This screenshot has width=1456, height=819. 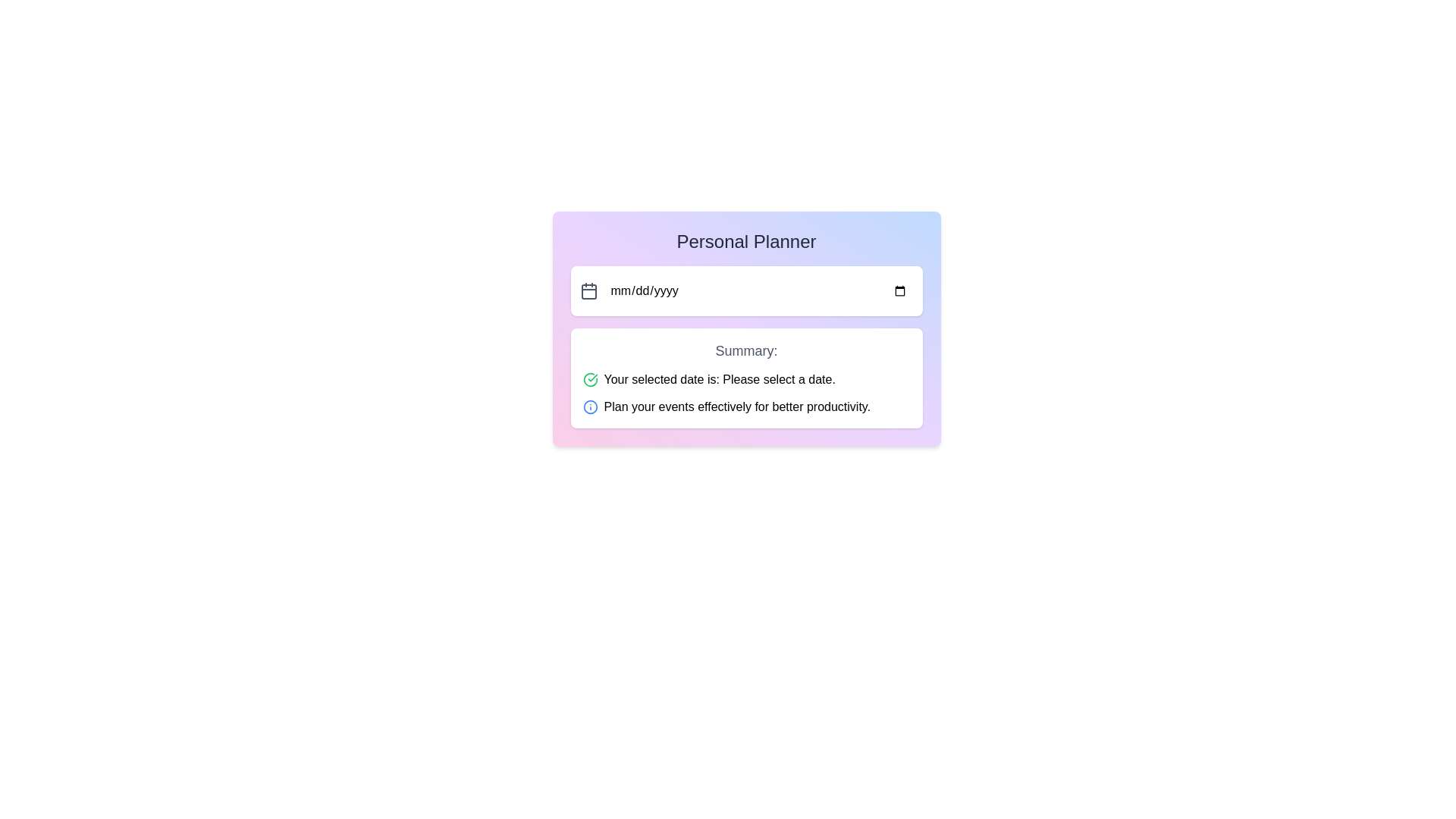 I want to click on the text label component that provides helpful suggestions related to planning events, located beneath the text 'Summary:' and next to a small blue information icon, so click(x=737, y=406).